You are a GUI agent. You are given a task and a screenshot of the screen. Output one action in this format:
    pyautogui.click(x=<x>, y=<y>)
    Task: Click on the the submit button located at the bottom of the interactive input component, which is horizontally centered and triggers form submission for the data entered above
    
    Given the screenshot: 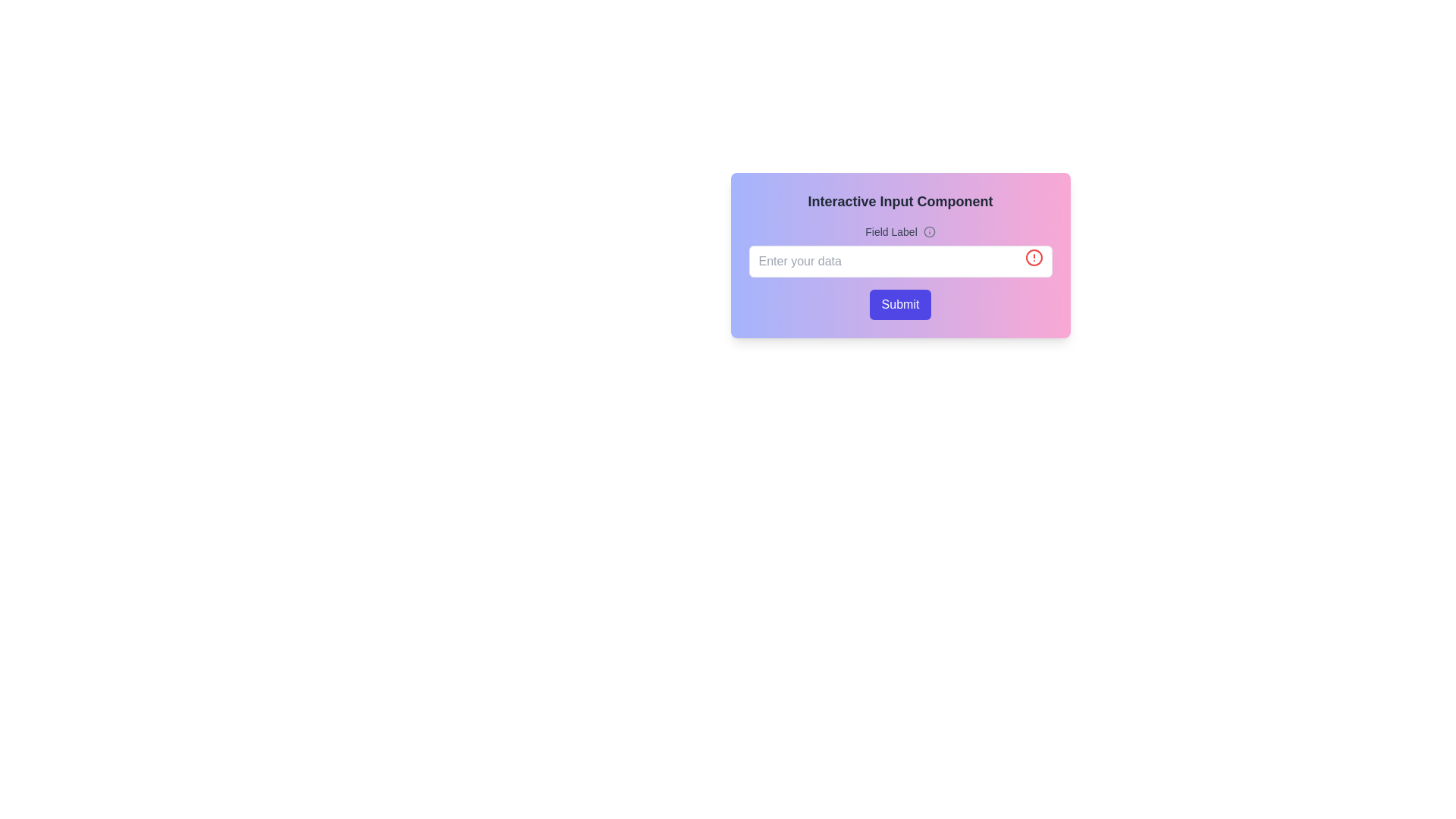 What is the action you would take?
    pyautogui.click(x=900, y=304)
    